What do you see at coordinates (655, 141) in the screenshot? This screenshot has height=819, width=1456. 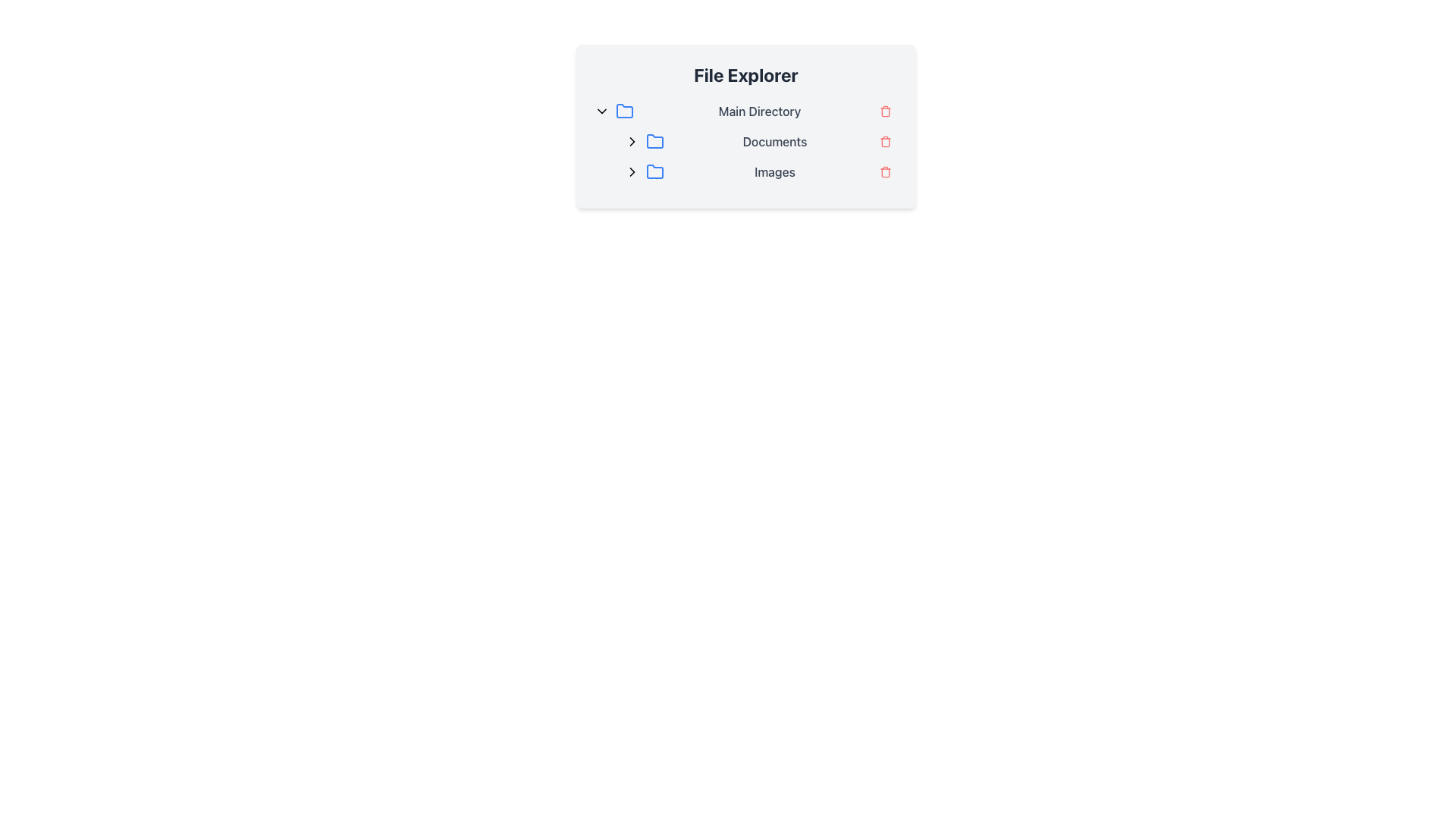 I see `the folder icon, which is blue with rounded edges and located to the left of the text 'Documents' in the file explorer-like UI` at bounding box center [655, 141].